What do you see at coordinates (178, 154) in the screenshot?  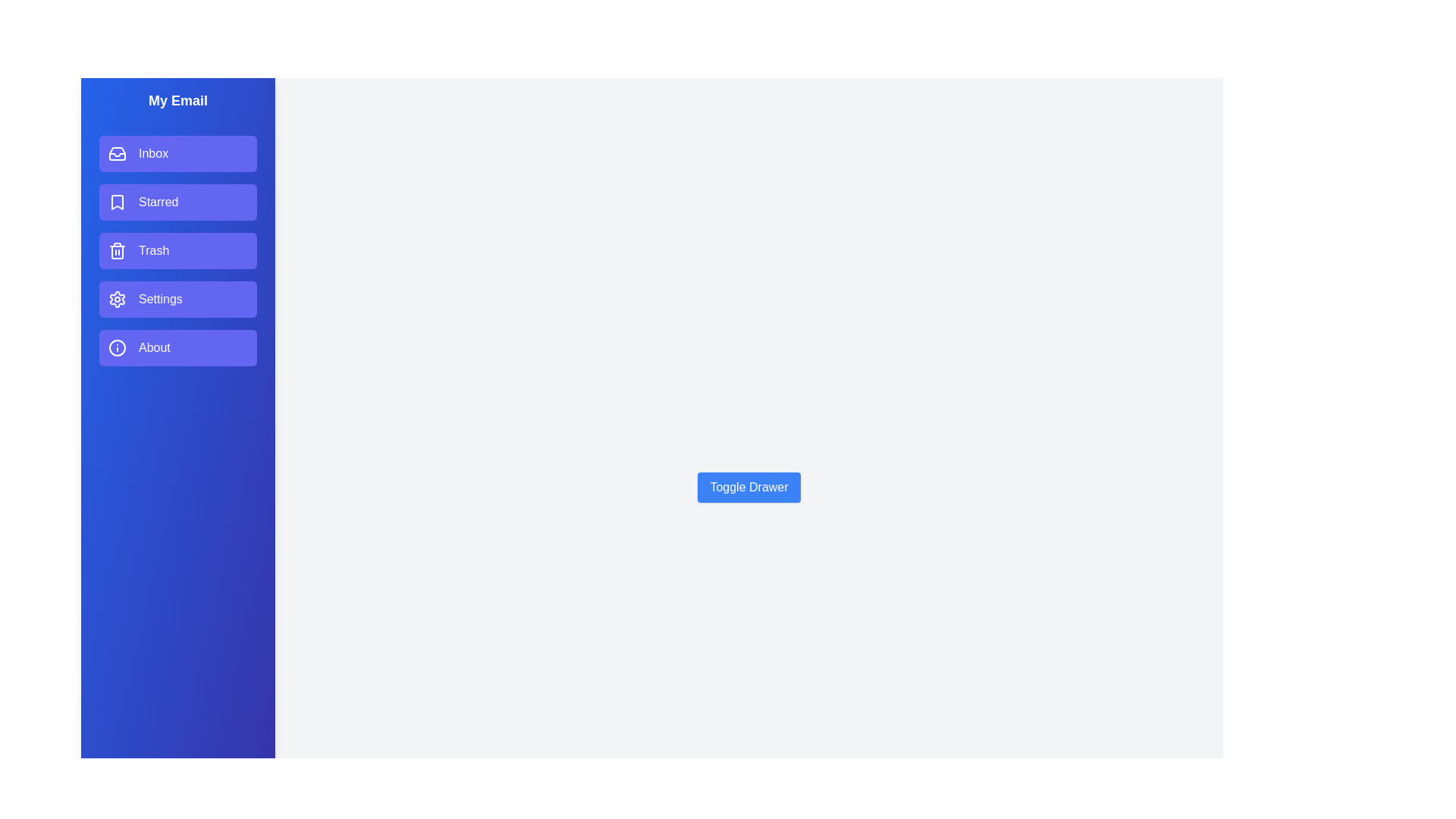 I see `the email section item Inbox` at bounding box center [178, 154].